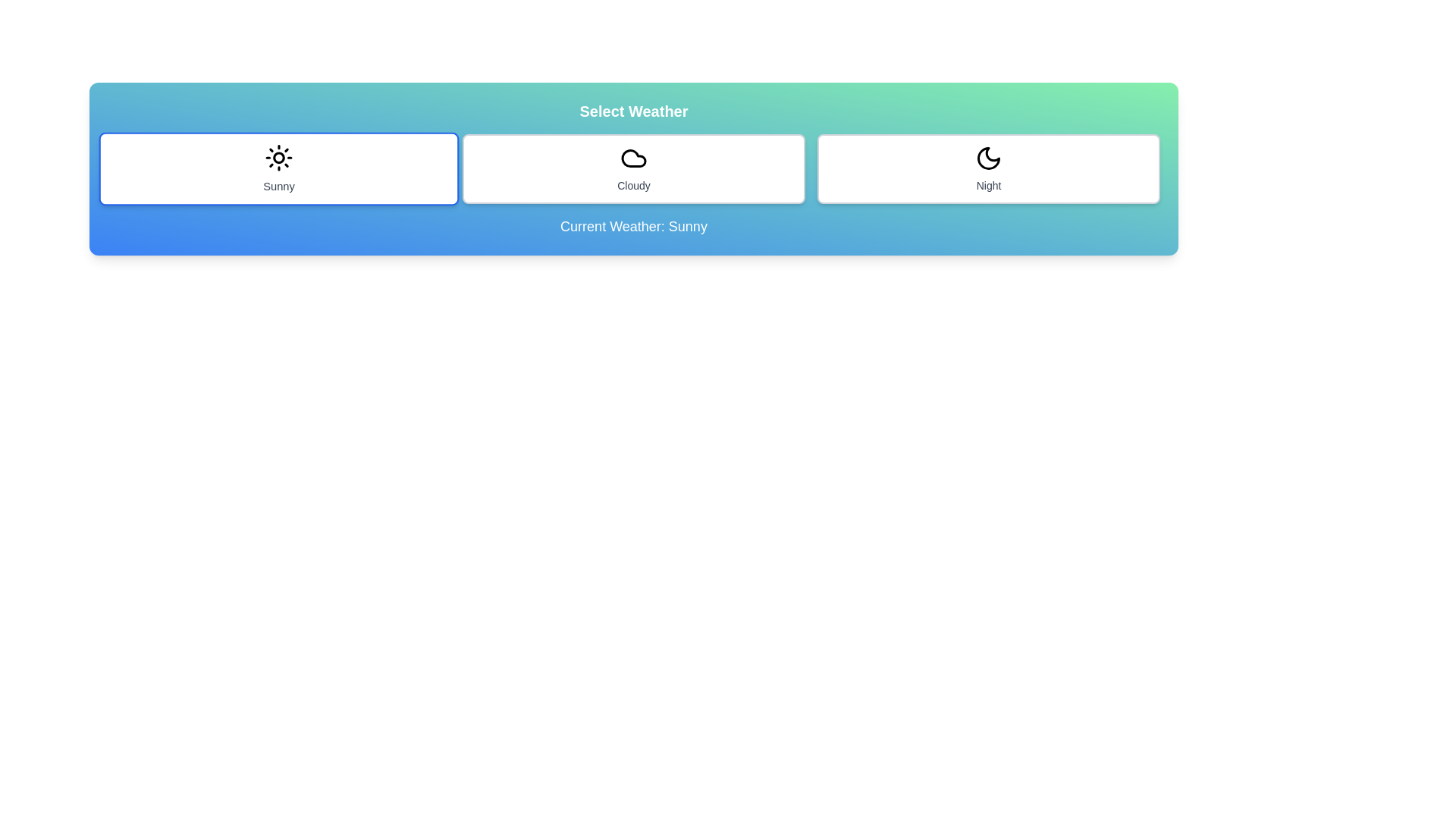  What do you see at coordinates (633, 169) in the screenshot?
I see `the button corresponding to the desired weather option, Cloudy` at bounding box center [633, 169].